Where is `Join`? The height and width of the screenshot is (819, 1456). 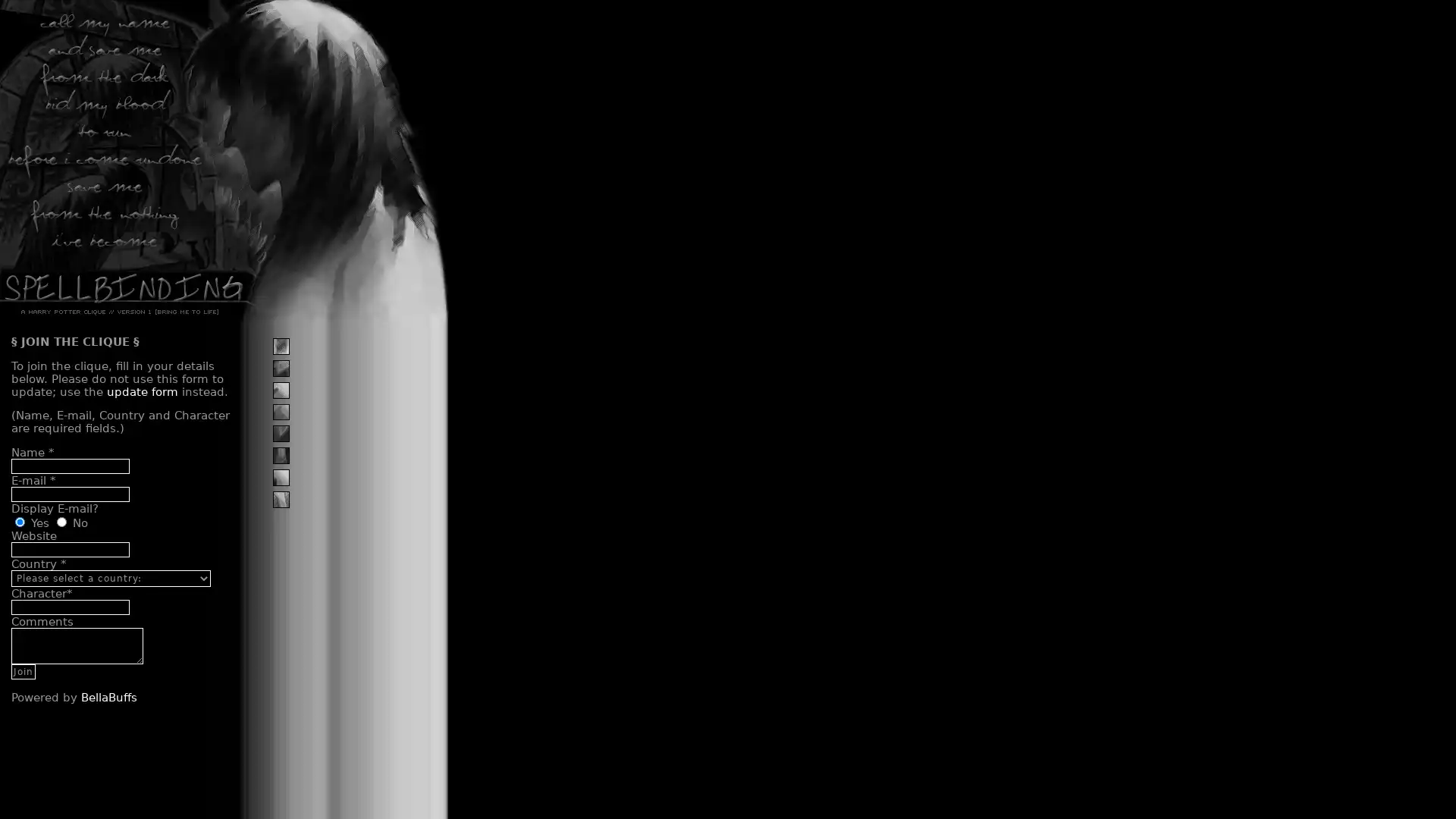 Join is located at coordinates (23, 670).